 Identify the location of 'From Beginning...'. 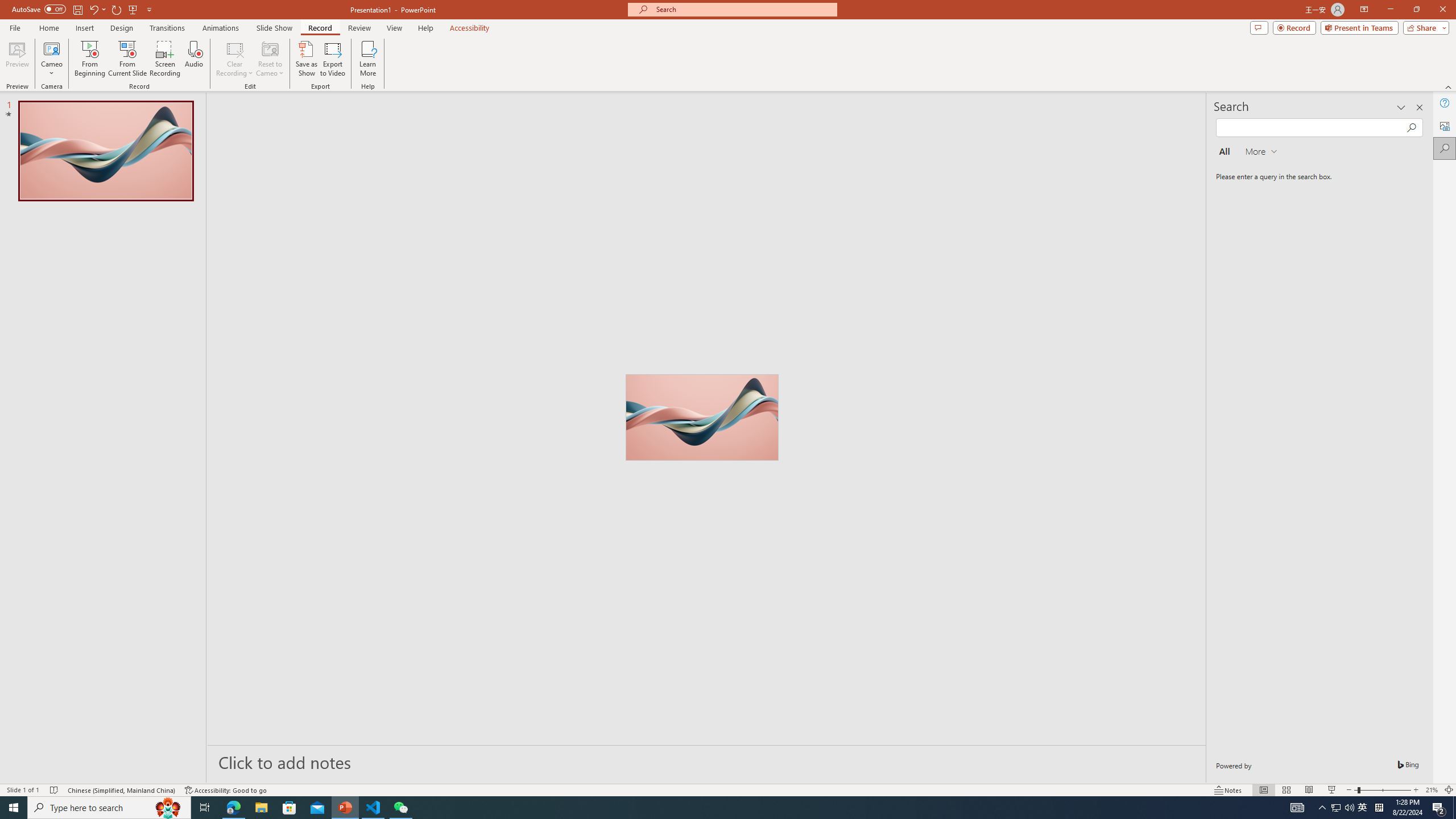
(89, 59).